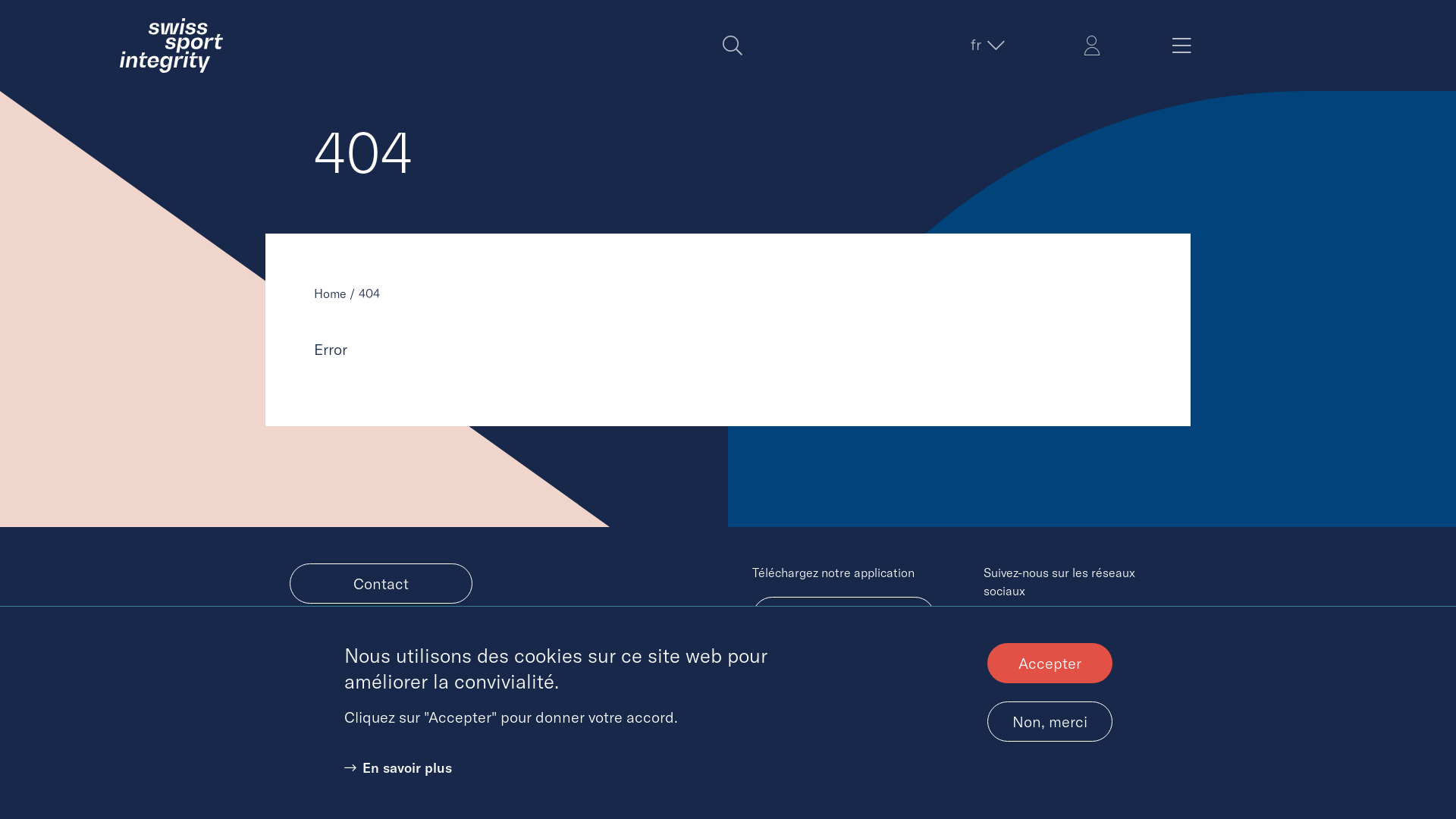 The image size is (1456, 819). What do you see at coordinates (986, 43) in the screenshot?
I see `'fr'` at bounding box center [986, 43].